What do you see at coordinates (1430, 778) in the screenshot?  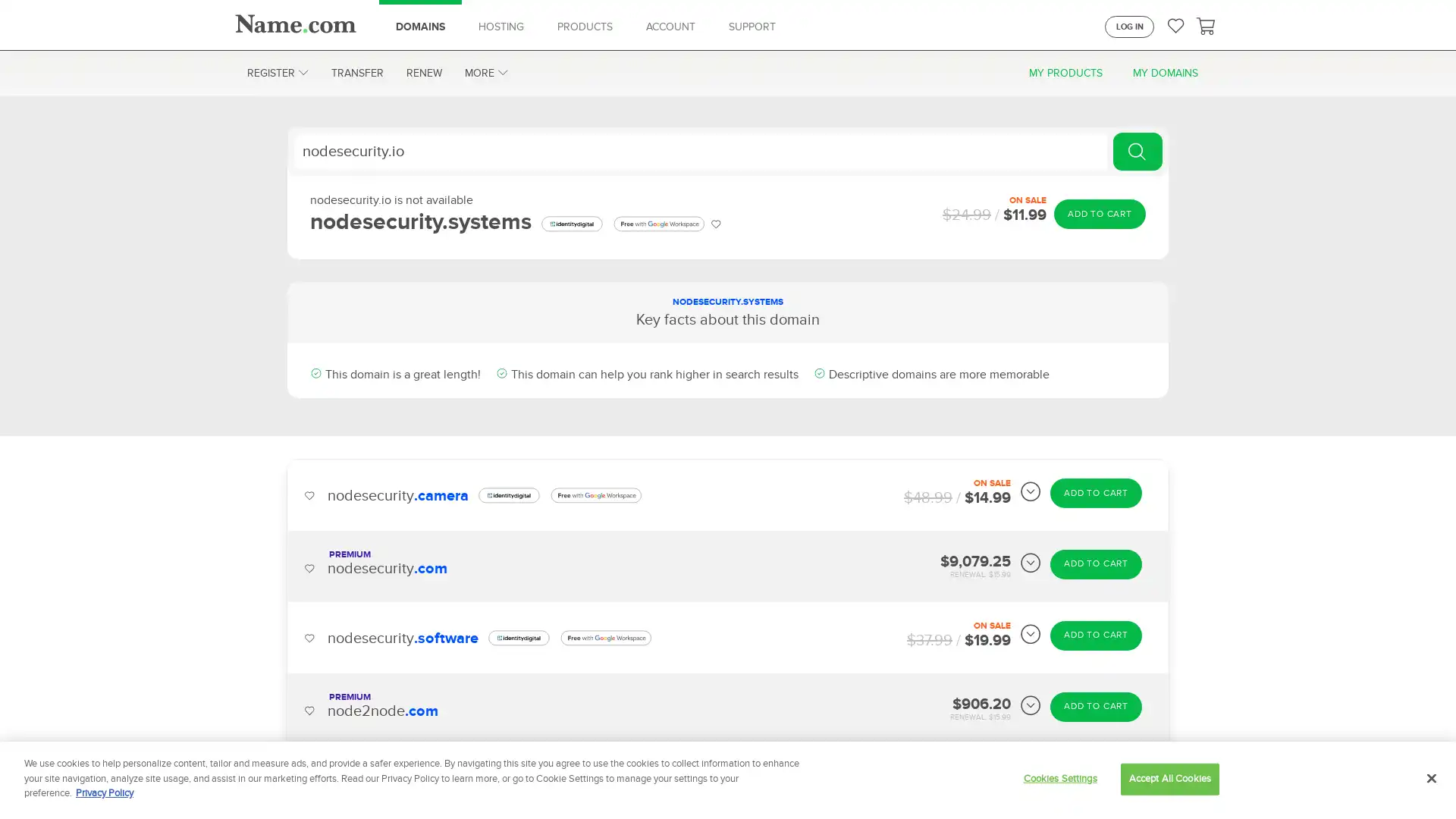 I see `Close` at bounding box center [1430, 778].